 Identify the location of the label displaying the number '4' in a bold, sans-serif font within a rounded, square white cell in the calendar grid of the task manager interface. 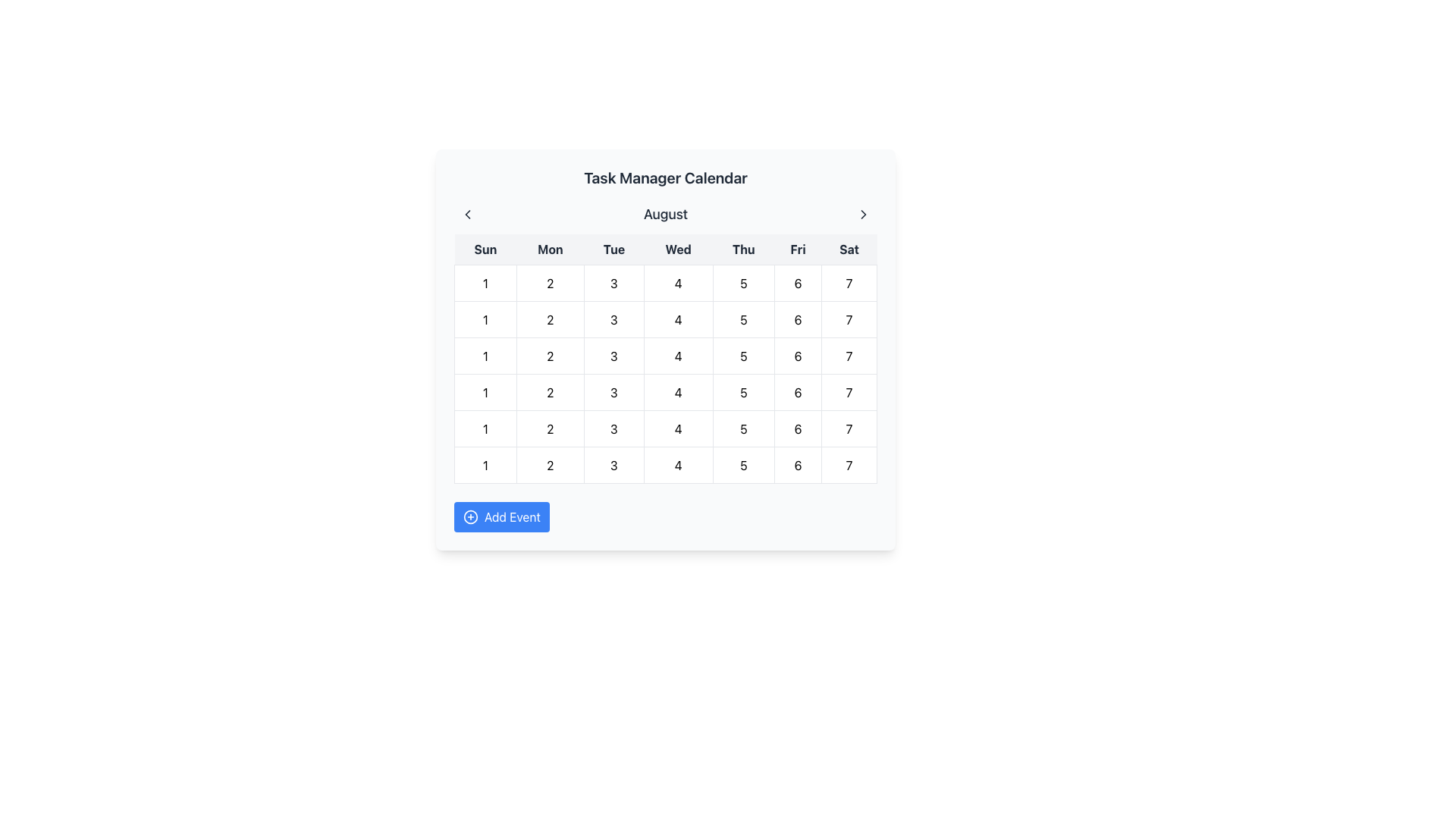
(677, 391).